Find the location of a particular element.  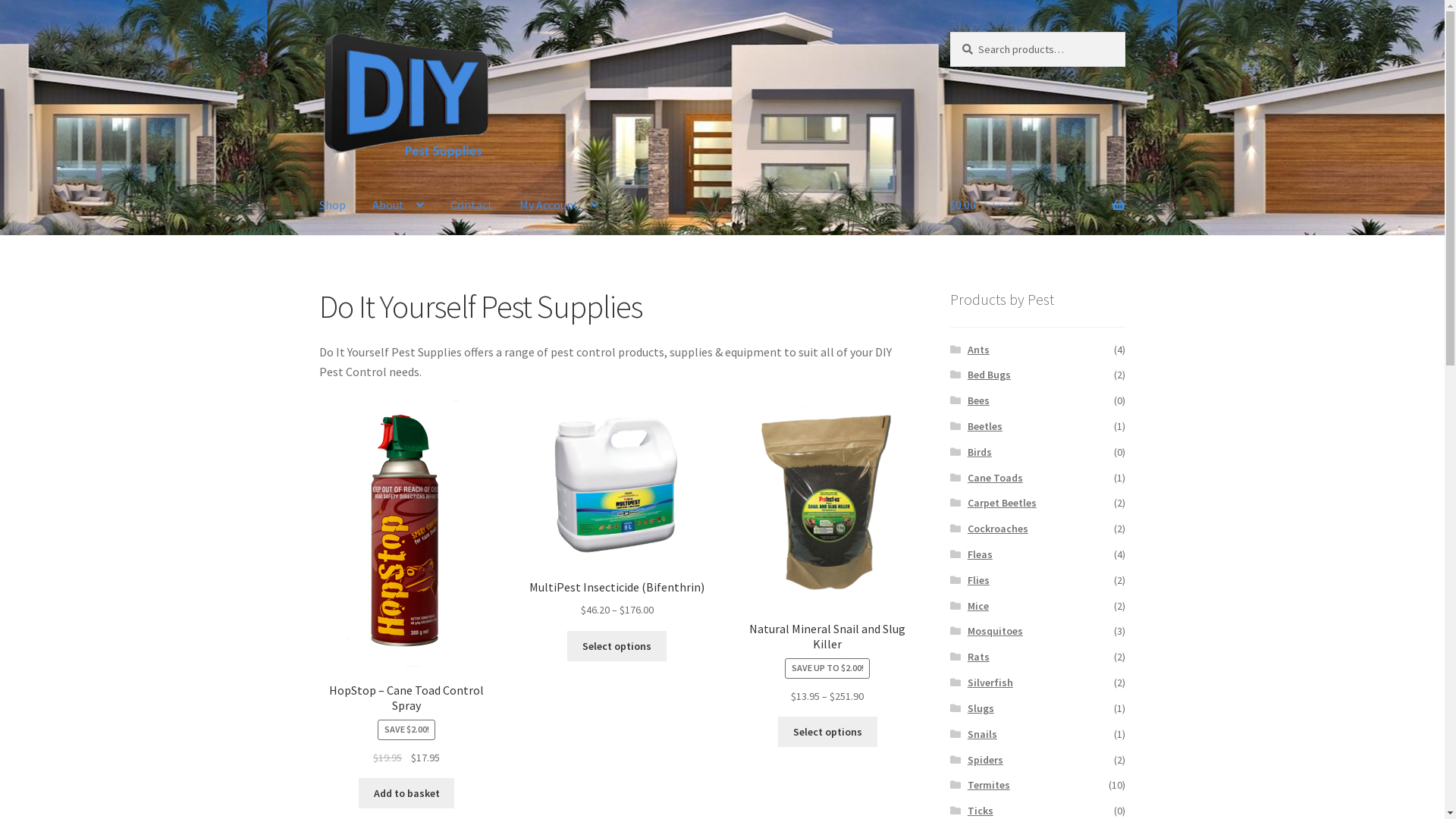

'Shop' is located at coordinates (331, 205).